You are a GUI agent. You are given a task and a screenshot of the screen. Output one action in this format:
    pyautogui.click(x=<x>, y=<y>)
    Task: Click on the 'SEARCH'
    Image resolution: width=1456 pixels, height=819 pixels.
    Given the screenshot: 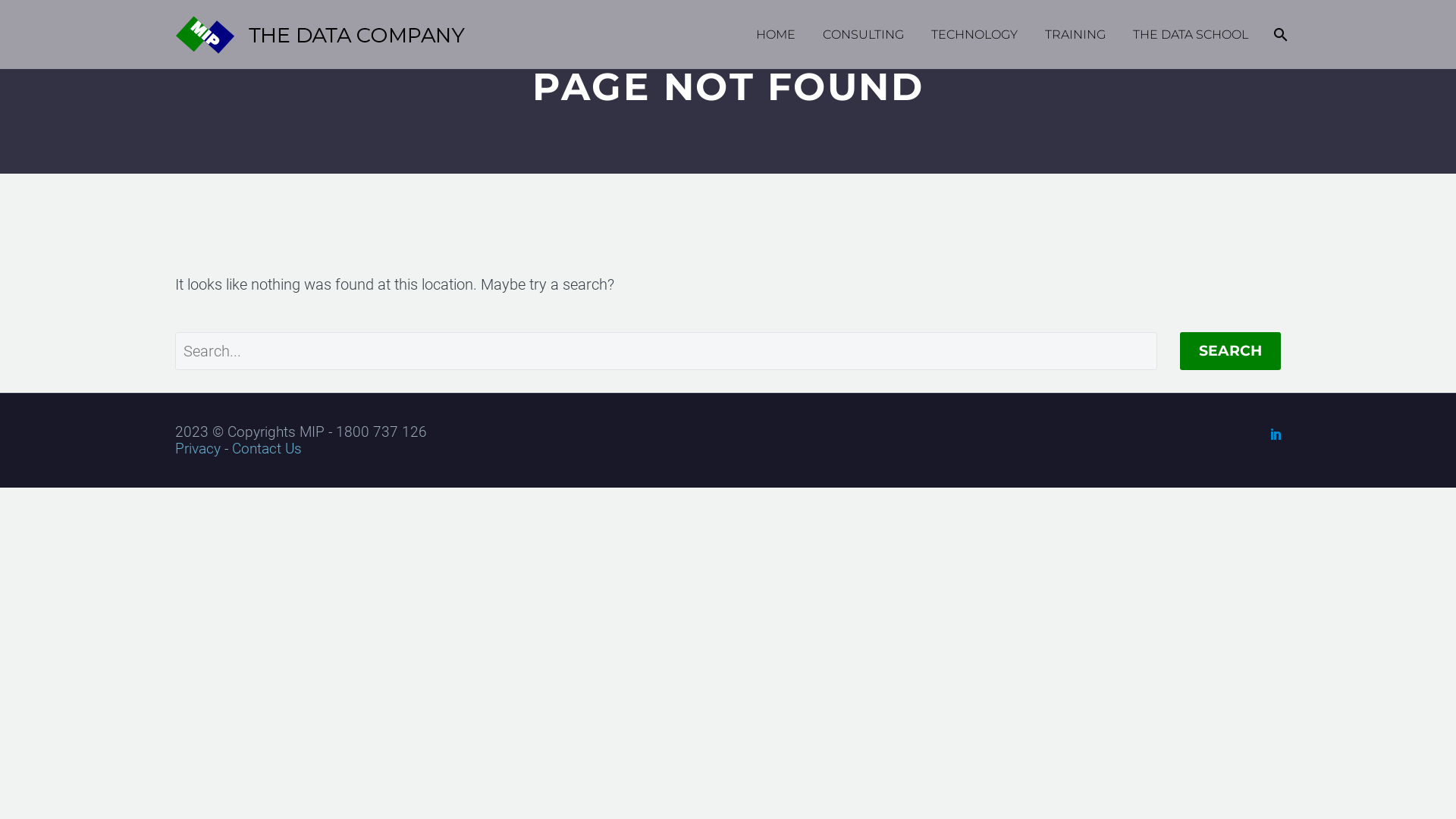 What is the action you would take?
    pyautogui.click(x=1178, y=350)
    